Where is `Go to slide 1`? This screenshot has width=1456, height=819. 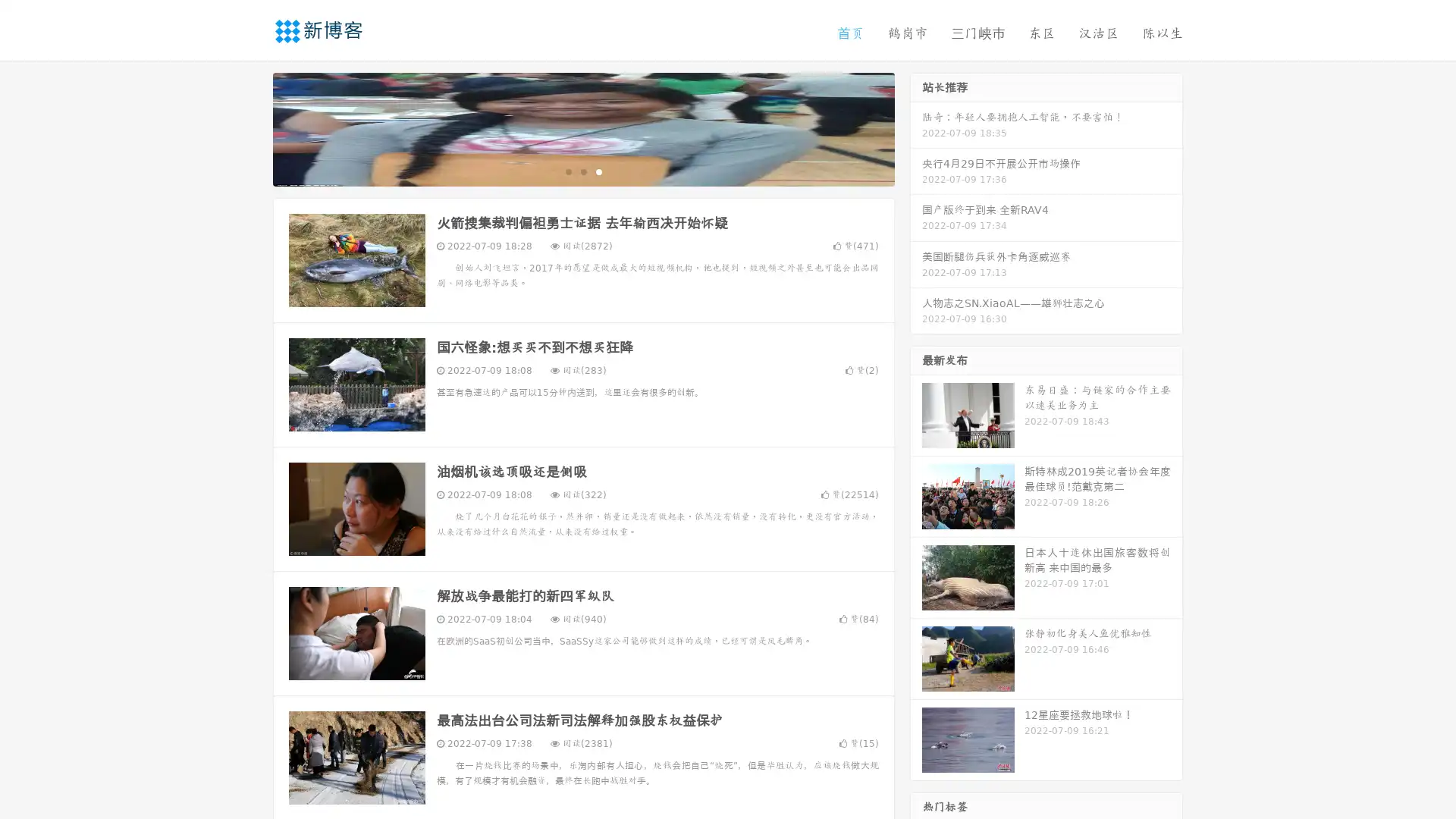 Go to slide 1 is located at coordinates (567, 171).